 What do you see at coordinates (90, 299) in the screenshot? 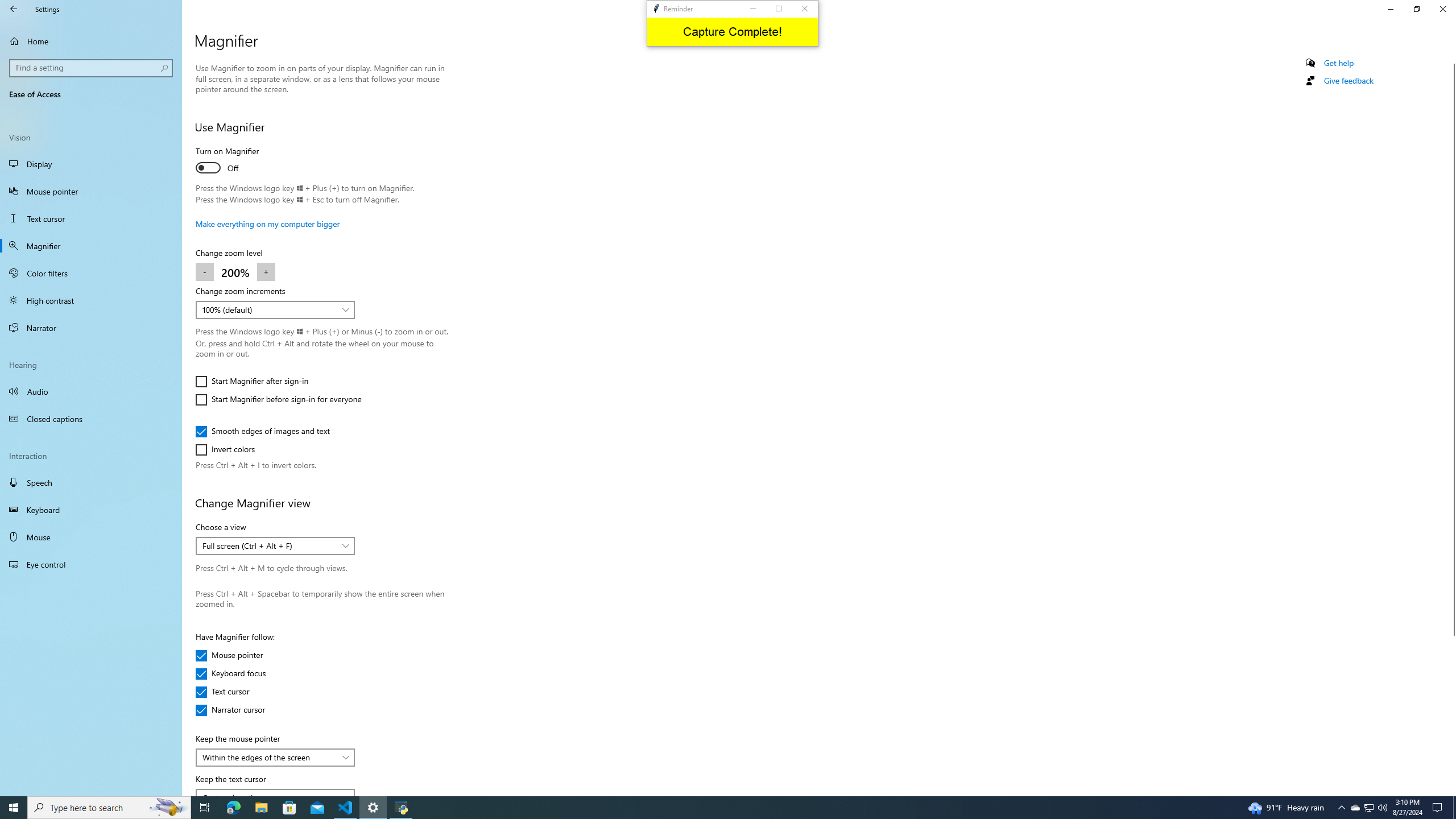
I see `'High contrast'` at bounding box center [90, 299].